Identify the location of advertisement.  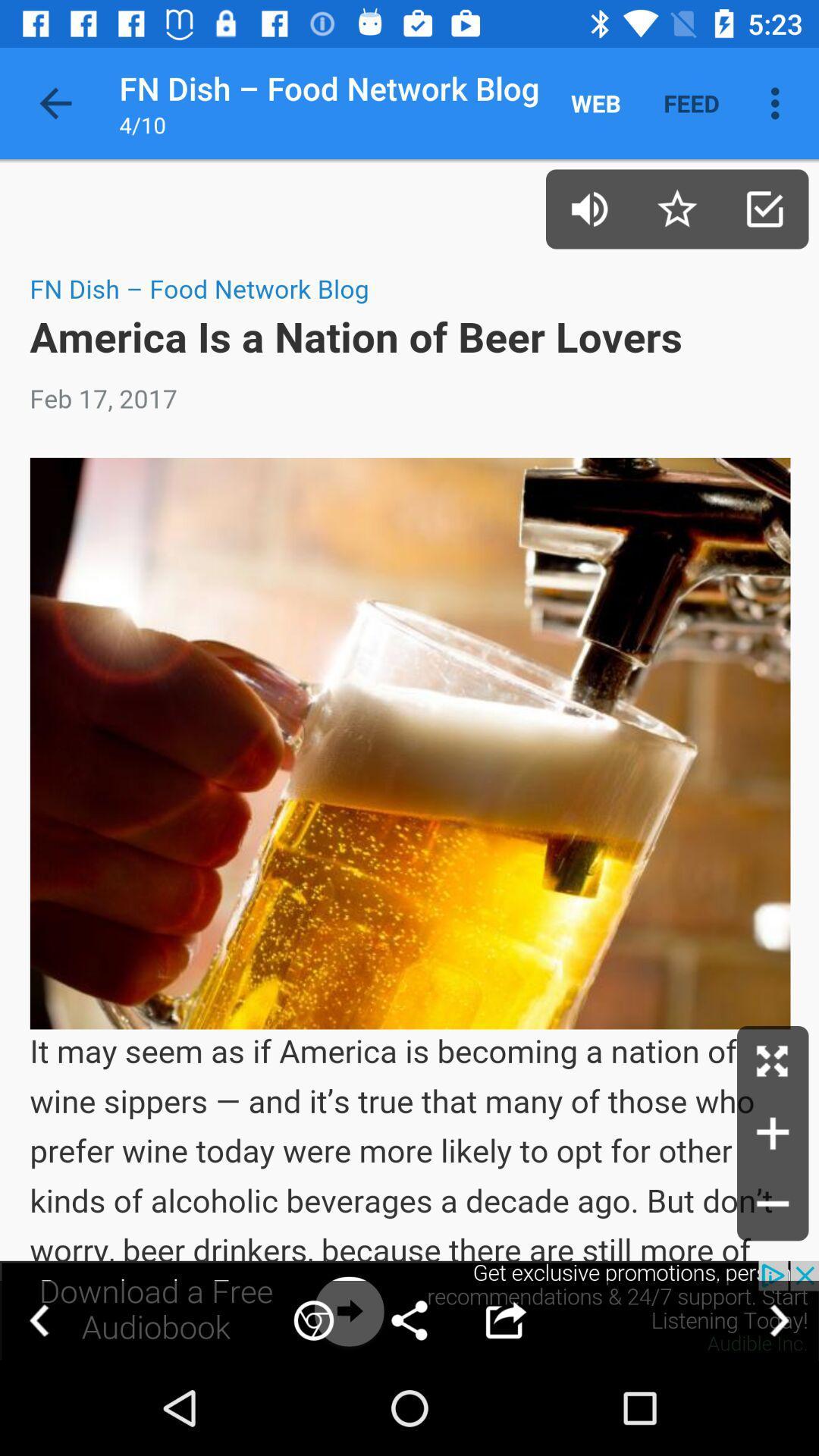
(773, 1133).